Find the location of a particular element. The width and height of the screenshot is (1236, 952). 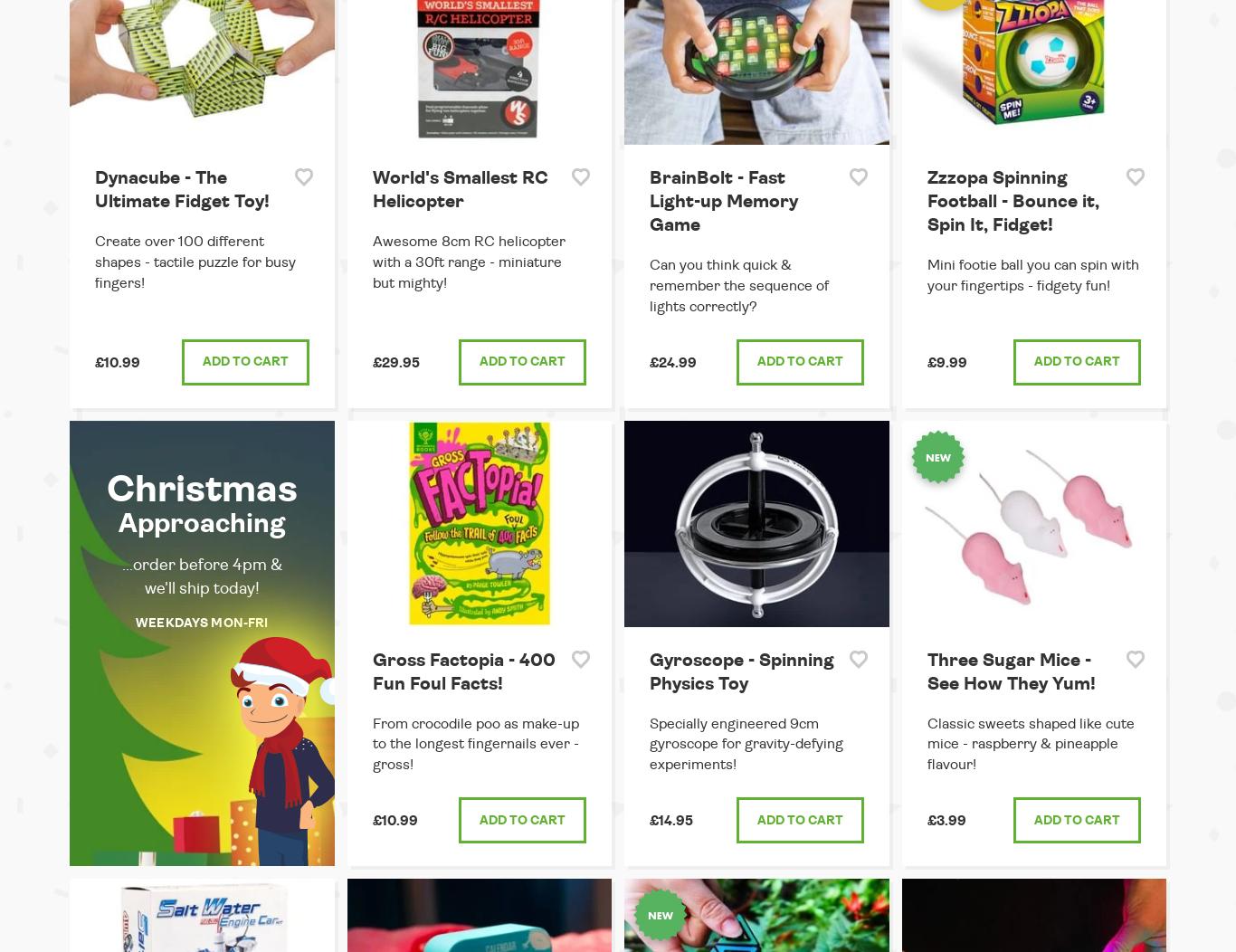

'Three Sugar Mice - See How They Yum!' is located at coordinates (1009, 671).